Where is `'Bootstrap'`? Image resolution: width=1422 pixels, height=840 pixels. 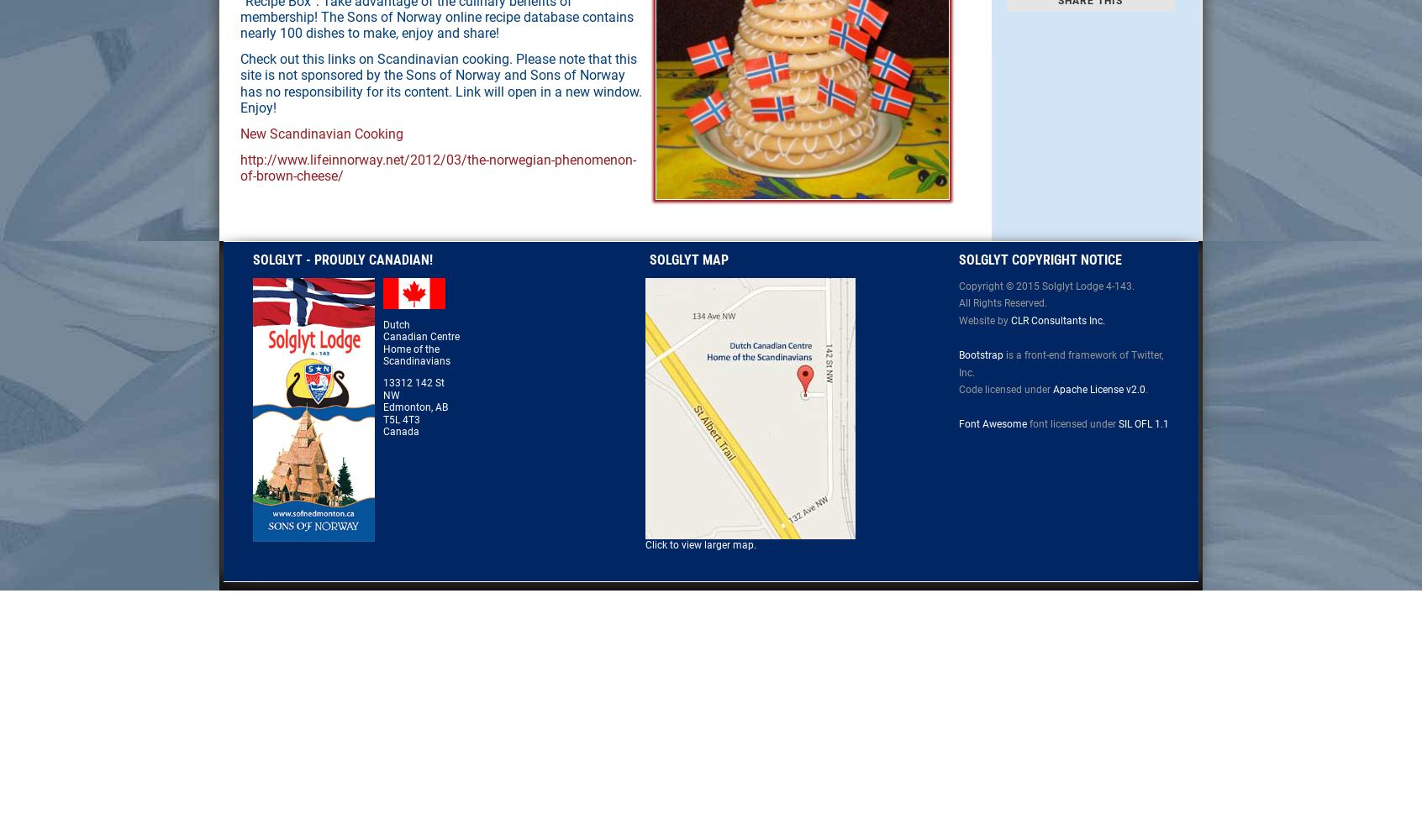
'Bootstrap' is located at coordinates (979, 355).